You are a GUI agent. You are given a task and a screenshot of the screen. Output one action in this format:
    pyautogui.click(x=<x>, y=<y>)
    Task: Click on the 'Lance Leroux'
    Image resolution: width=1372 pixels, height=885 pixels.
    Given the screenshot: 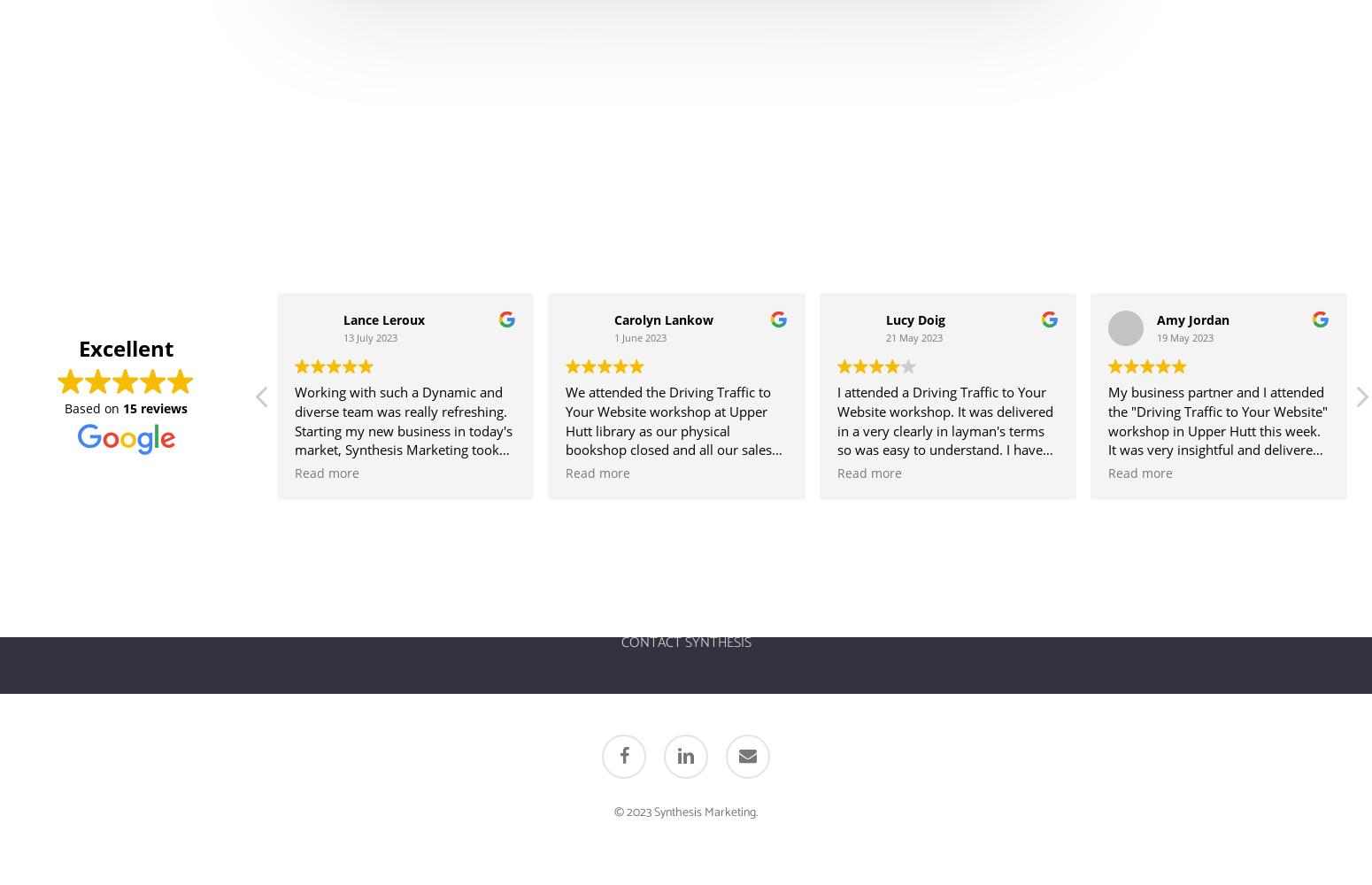 What is the action you would take?
    pyautogui.click(x=384, y=318)
    